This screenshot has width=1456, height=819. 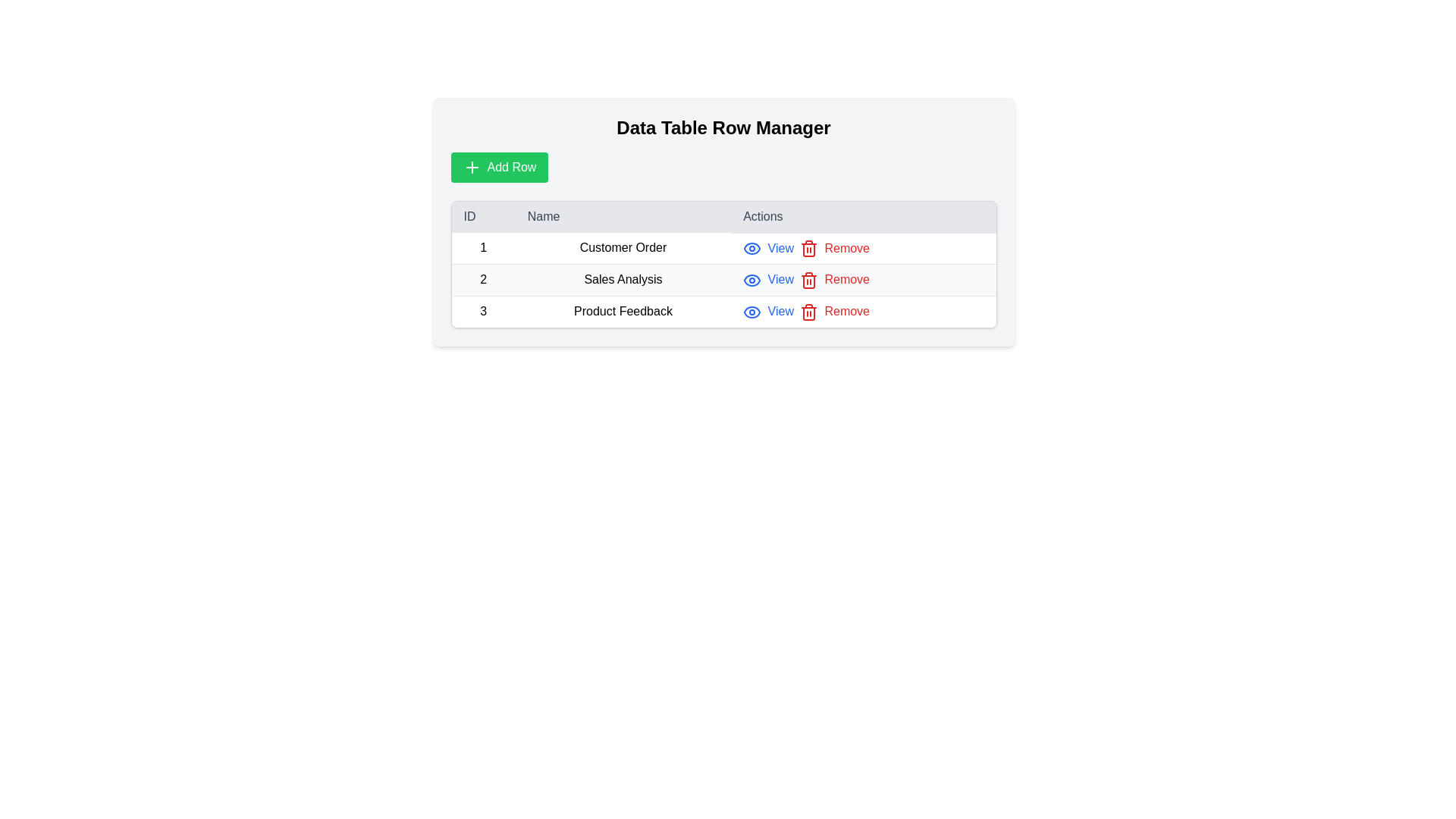 I want to click on the read-only identifier cell in the third row of the table, which is positioned in the 'ID' column, to potentially interact with the corresponding row, so click(x=482, y=310).